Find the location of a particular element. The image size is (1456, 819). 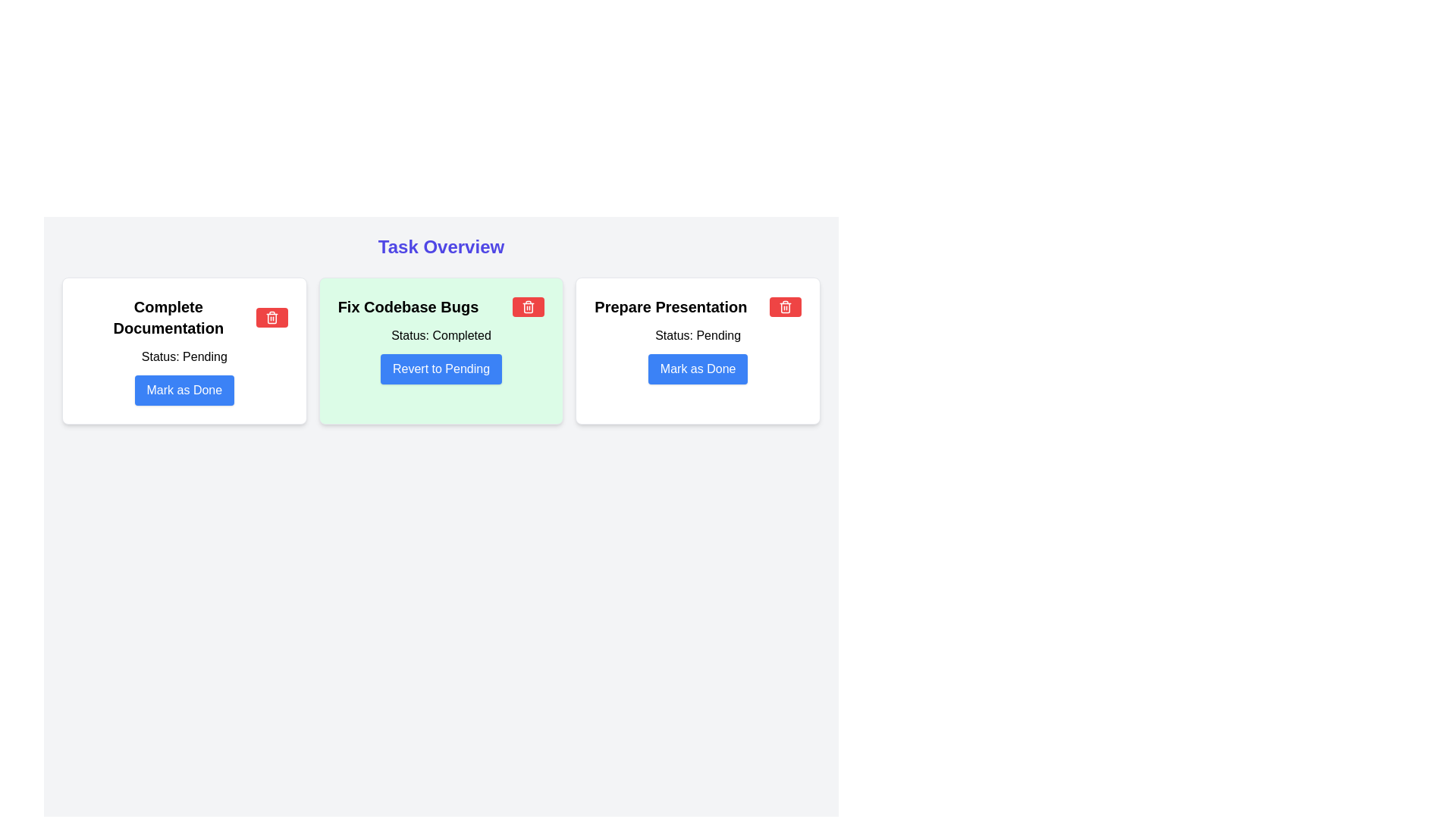

the red trash icon located at the top-right corner of the 'Fix Codebase Bugs' card is located at coordinates (440, 350).